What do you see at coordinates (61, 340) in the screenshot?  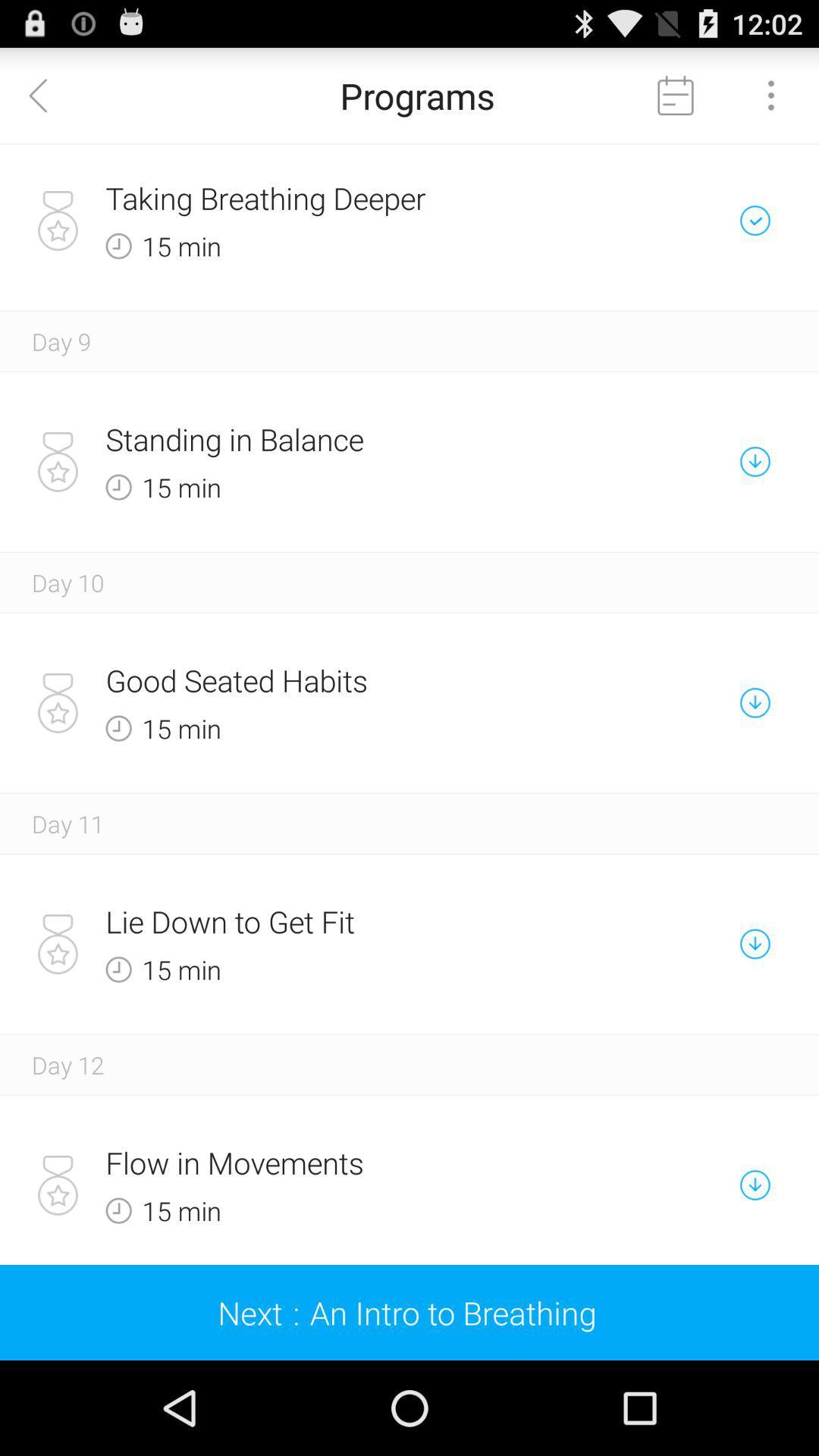 I see `the day 9 item` at bounding box center [61, 340].